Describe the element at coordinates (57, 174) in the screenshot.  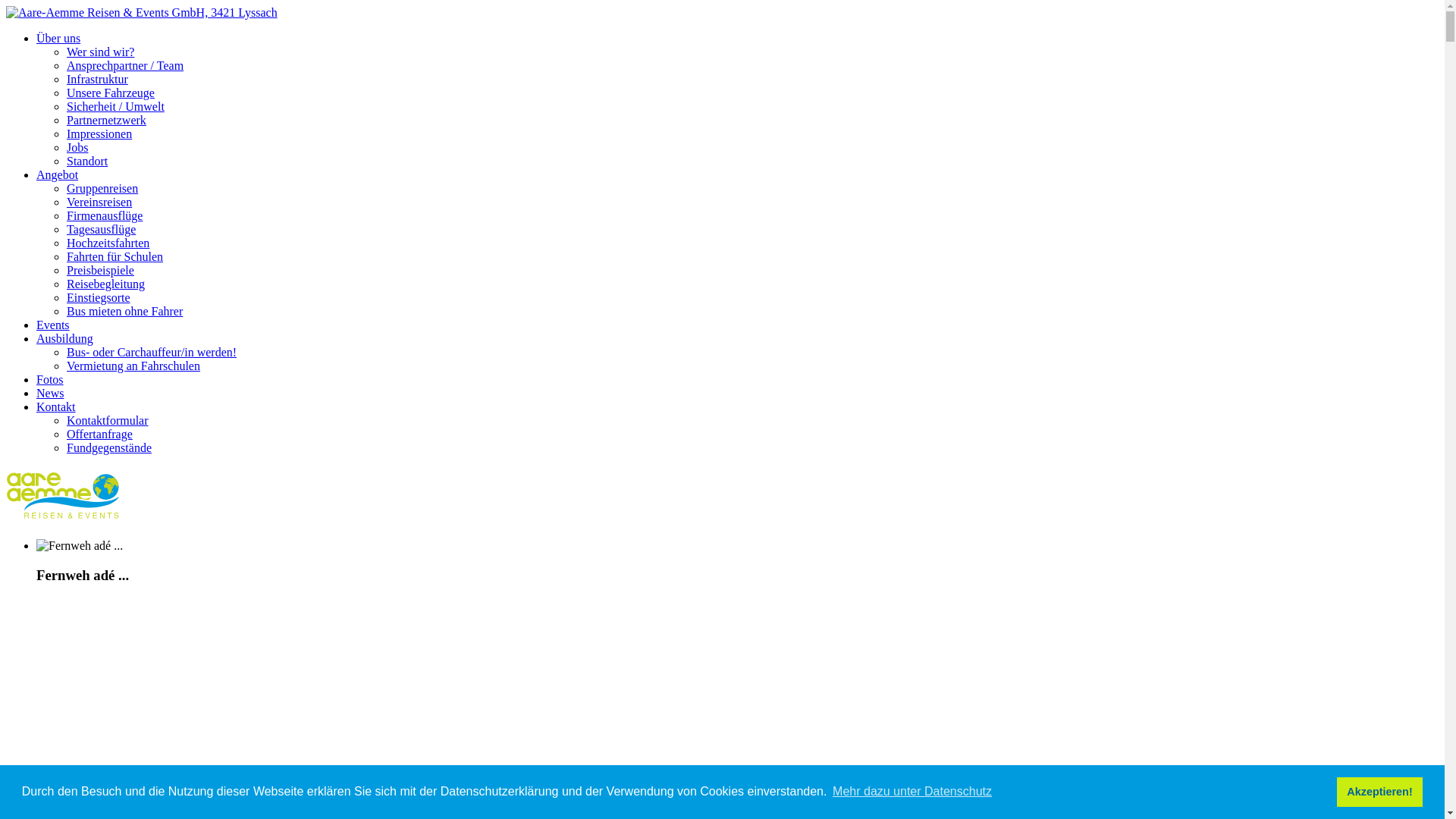
I see `'Angebot'` at that location.